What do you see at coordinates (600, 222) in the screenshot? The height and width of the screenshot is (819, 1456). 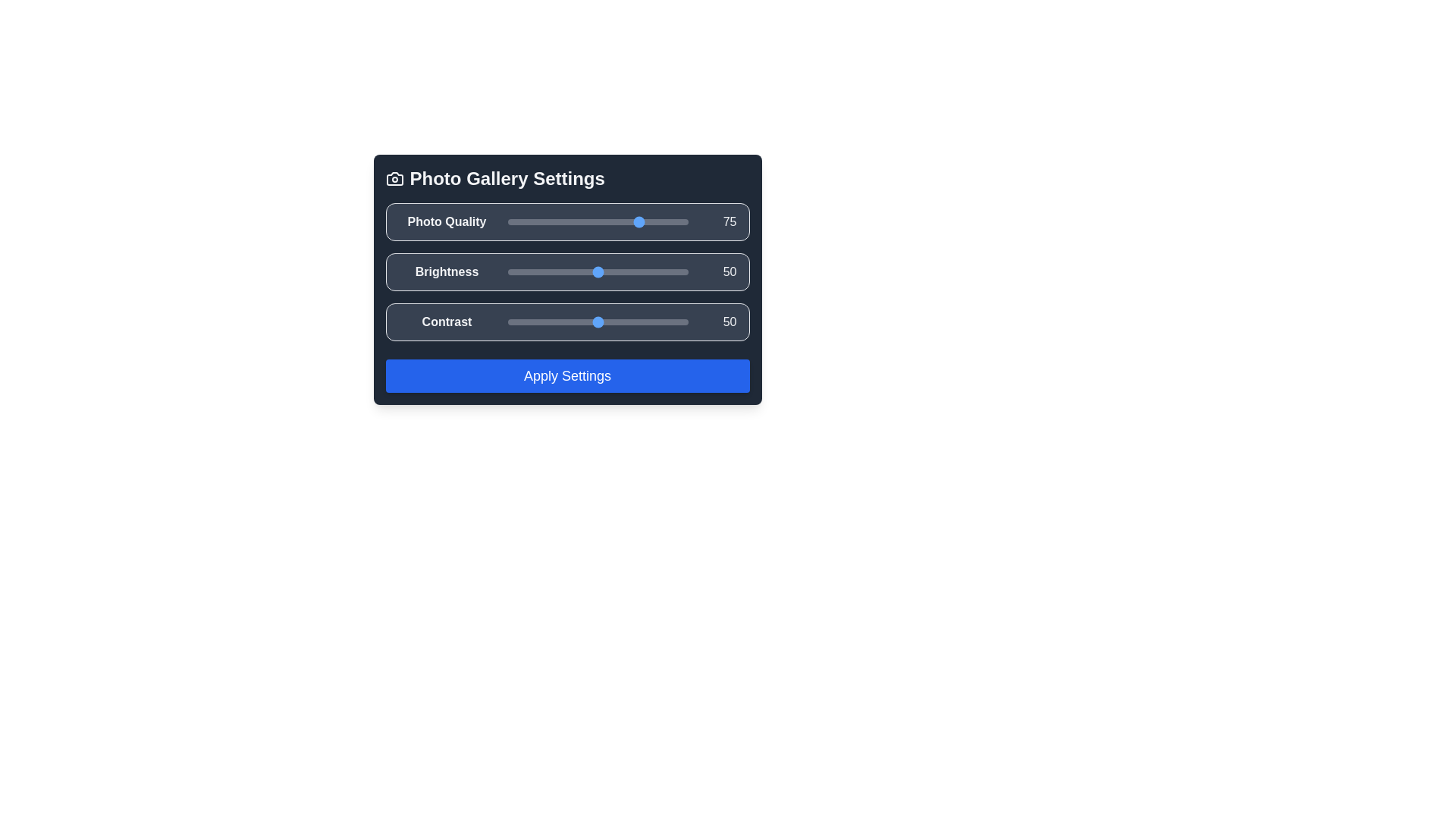 I see `the photo quality` at bounding box center [600, 222].